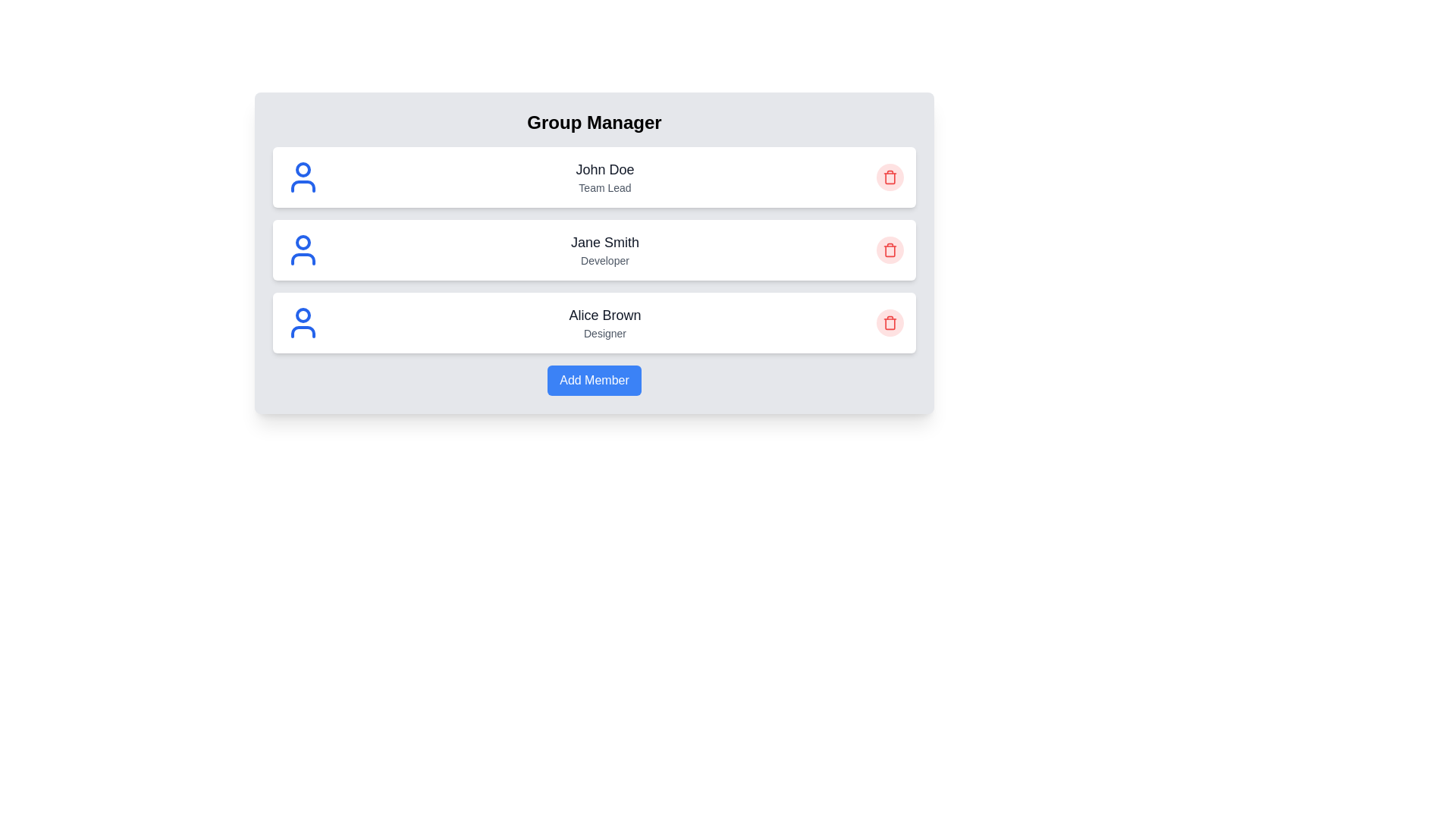 The height and width of the screenshot is (819, 1456). What do you see at coordinates (890, 322) in the screenshot?
I see `the circular red button with a trash bin icon on the far-right side of the row containing 'Alice Brown' and 'Designer'` at bounding box center [890, 322].